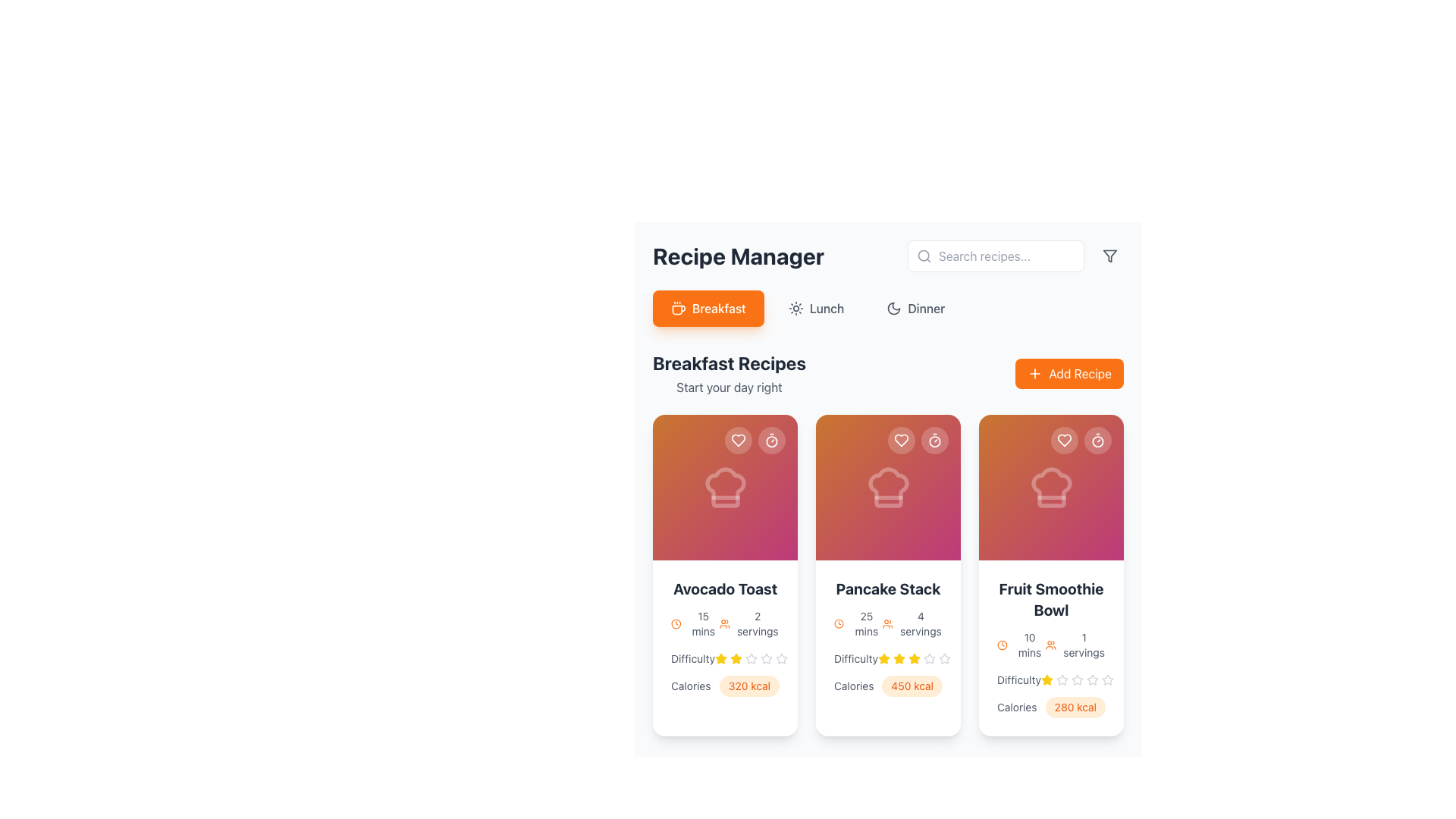 The height and width of the screenshot is (819, 1456). I want to click on the fifth gray star icon in the rating system below the 'Difficulty' label of the 'Avocado Toast' card, so click(766, 657).